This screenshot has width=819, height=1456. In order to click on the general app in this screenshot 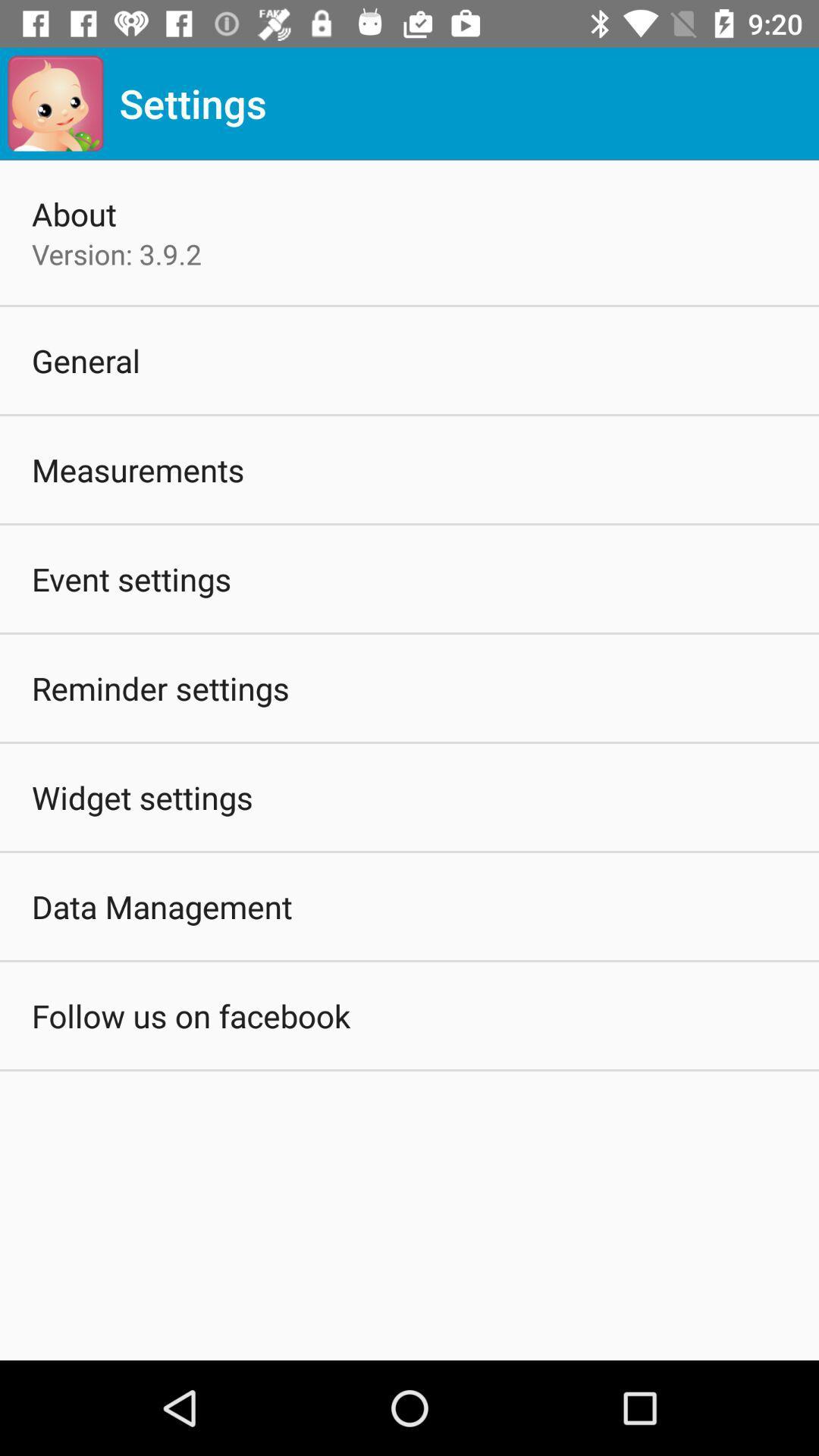, I will do `click(86, 359)`.